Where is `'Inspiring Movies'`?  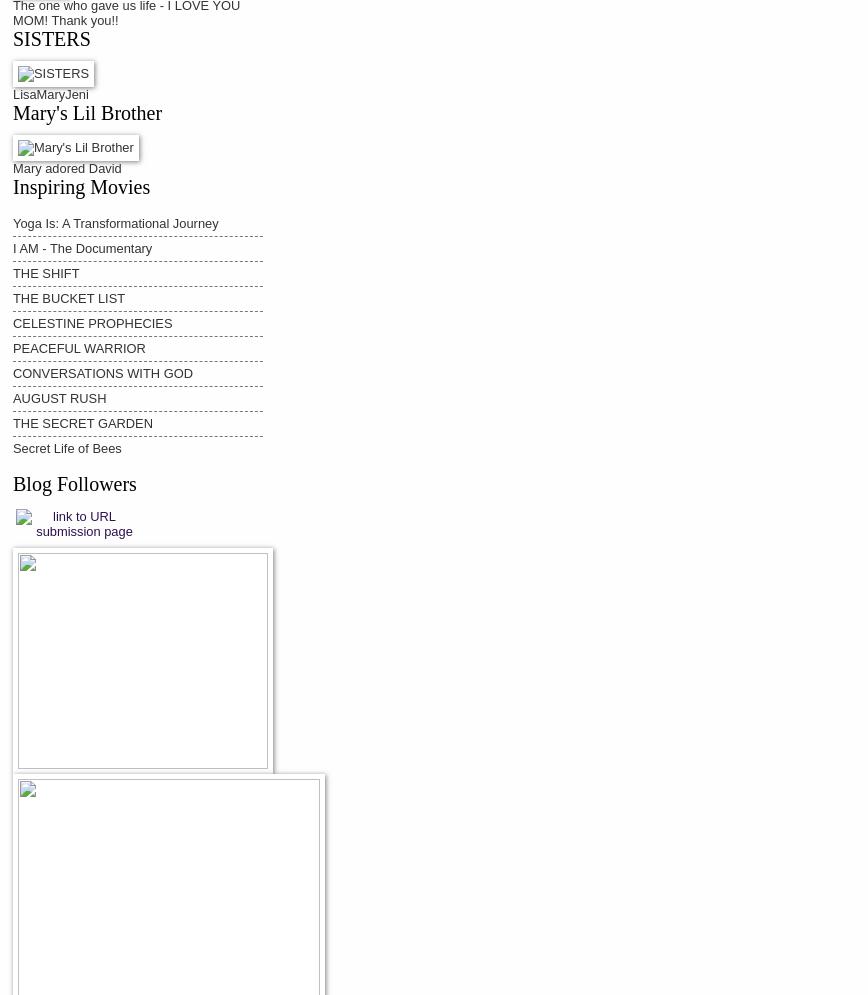 'Inspiring Movies' is located at coordinates (81, 185).